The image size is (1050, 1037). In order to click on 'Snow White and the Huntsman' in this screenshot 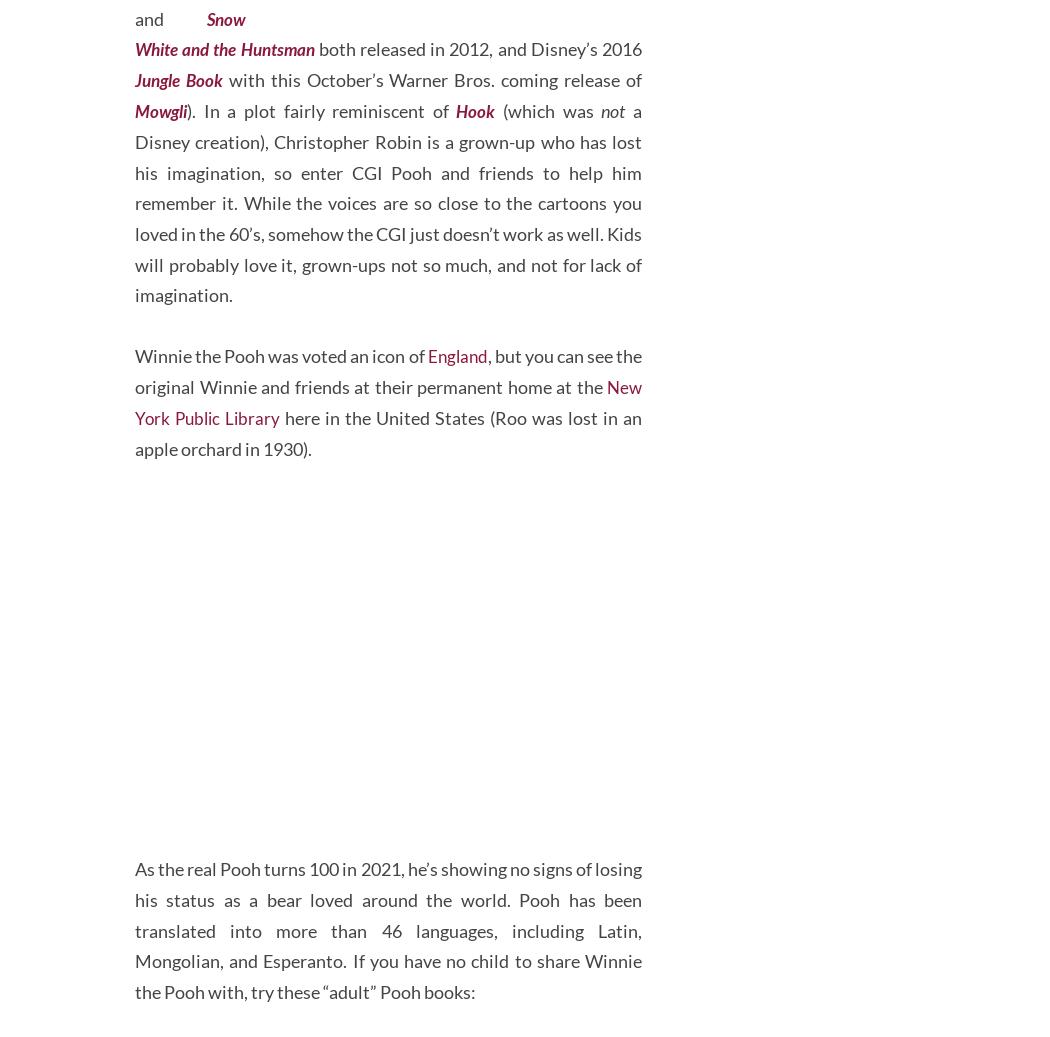, I will do `click(236, 106)`.